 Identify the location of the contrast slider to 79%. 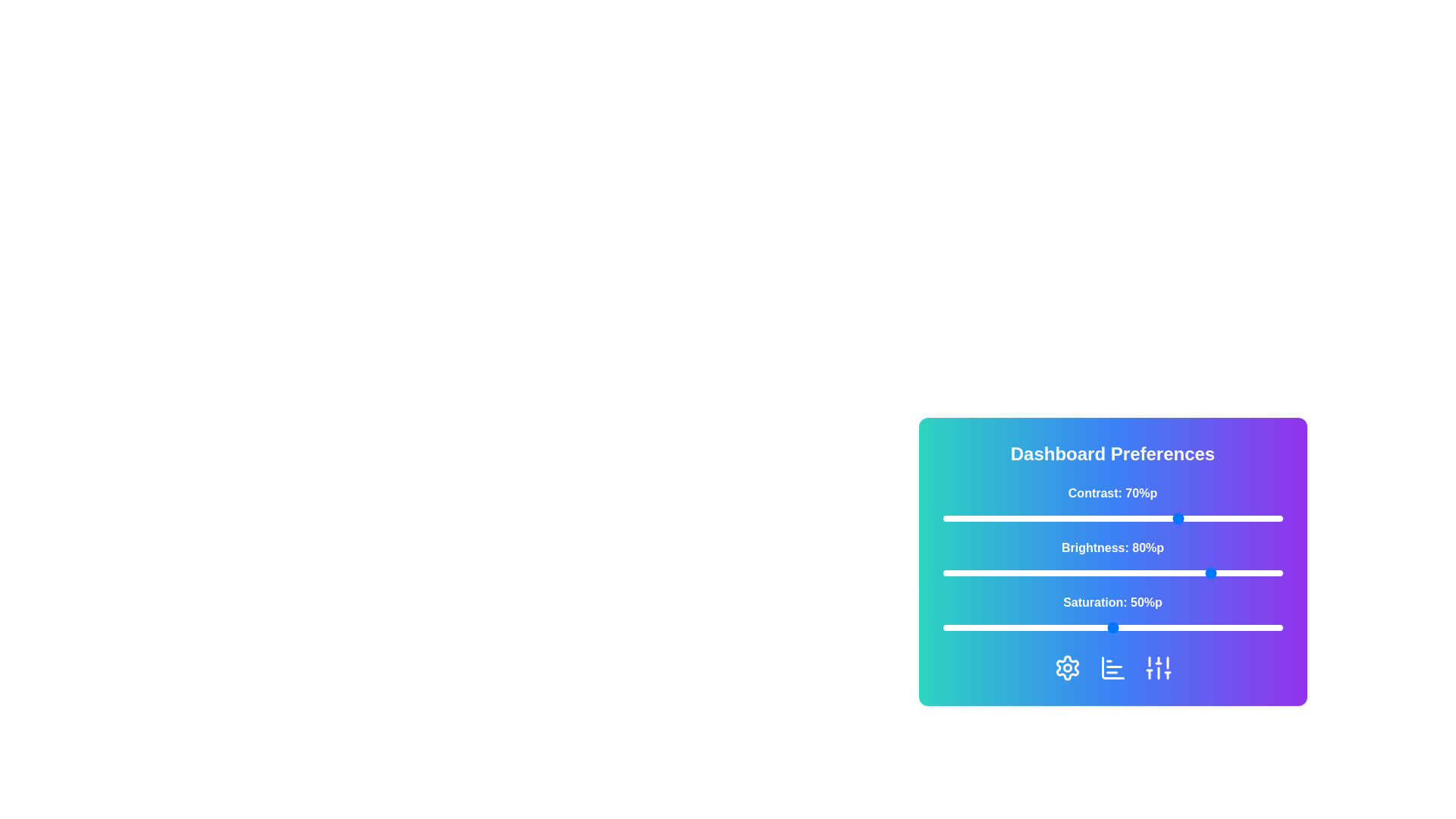
(1210, 517).